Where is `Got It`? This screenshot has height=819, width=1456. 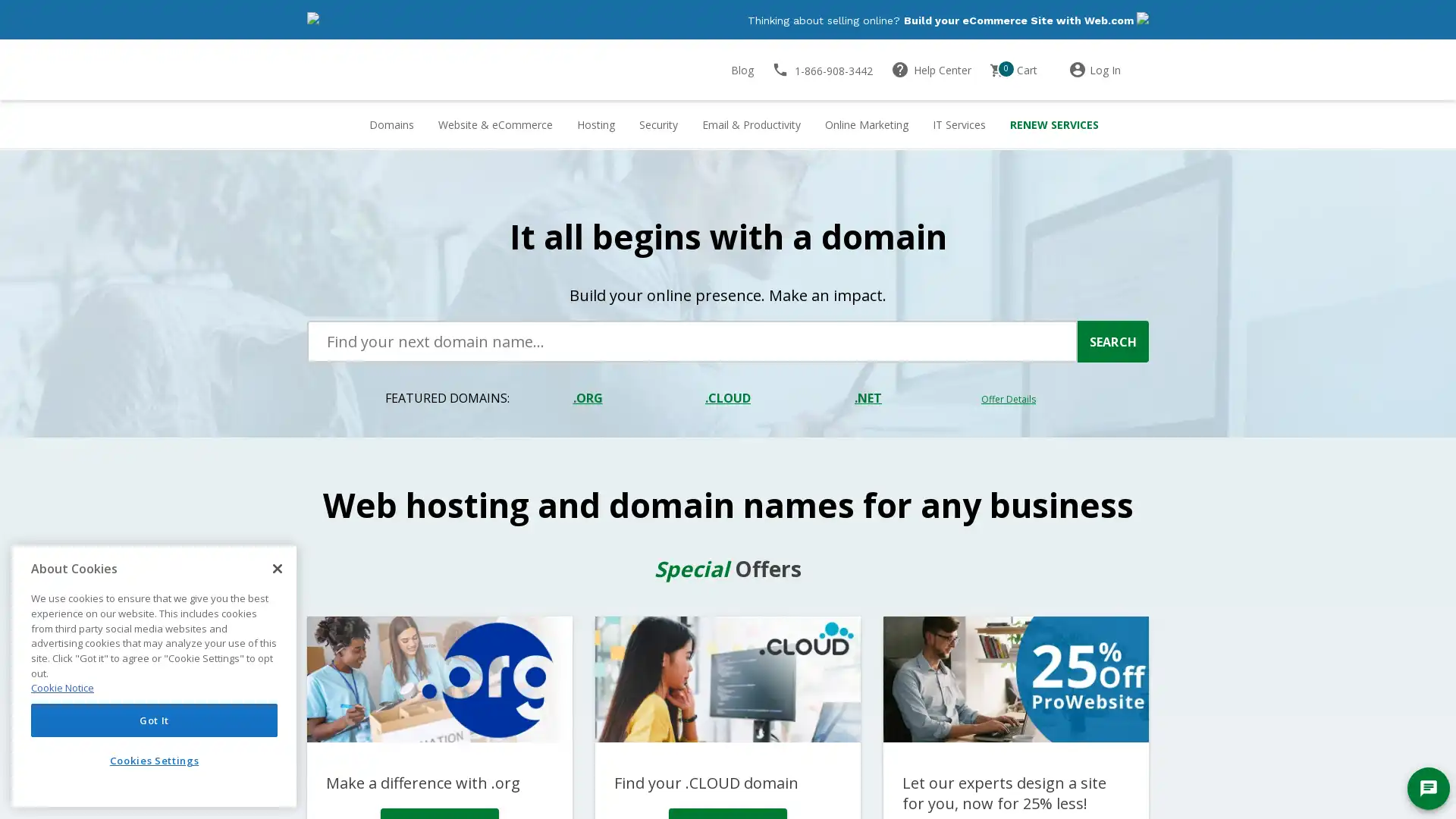 Got It is located at coordinates (154, 719).